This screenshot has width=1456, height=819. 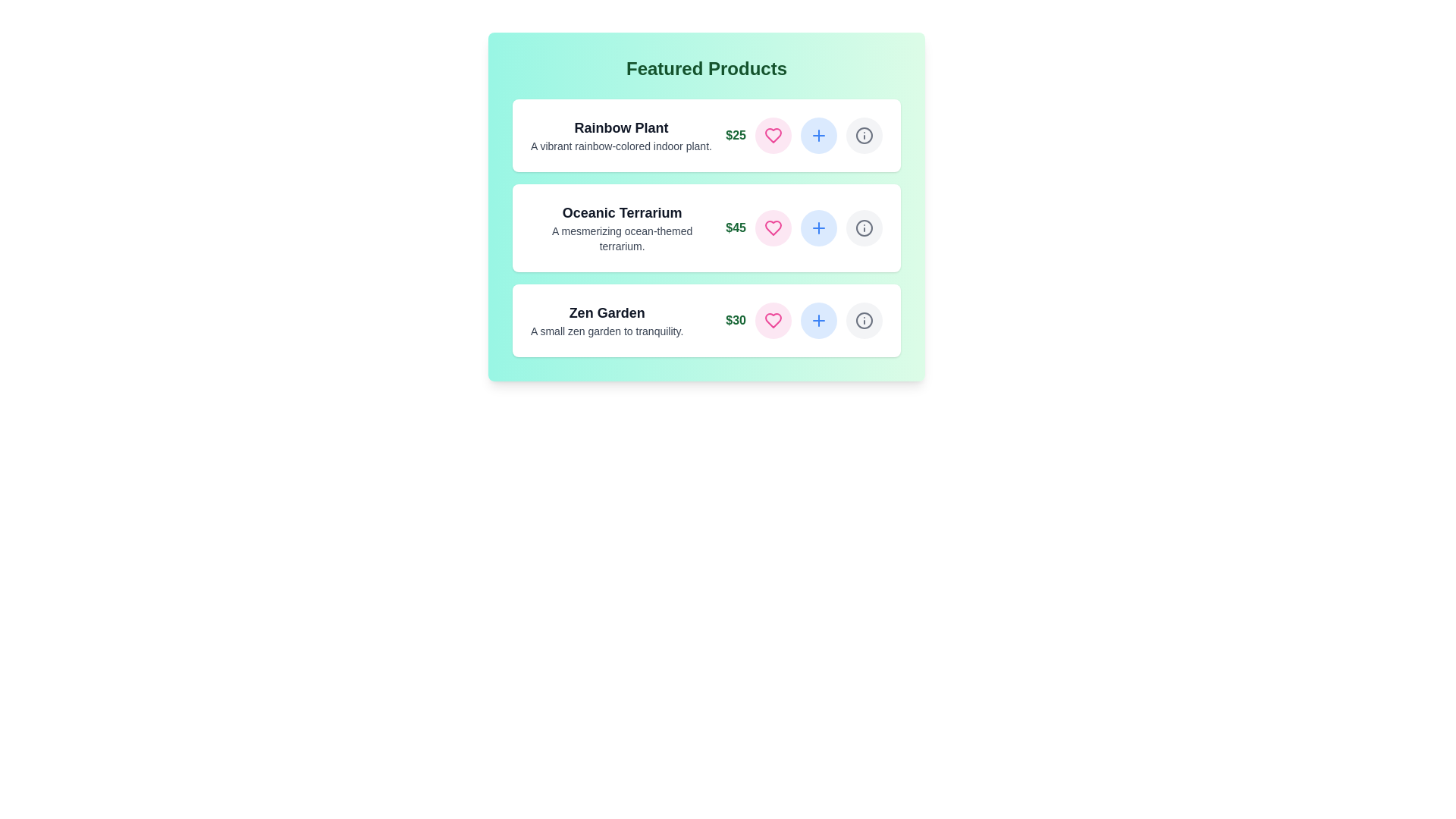 I want to click on plus button for the product Oceanic Terrarium to add it to the cart, so click(x=818, y=227).